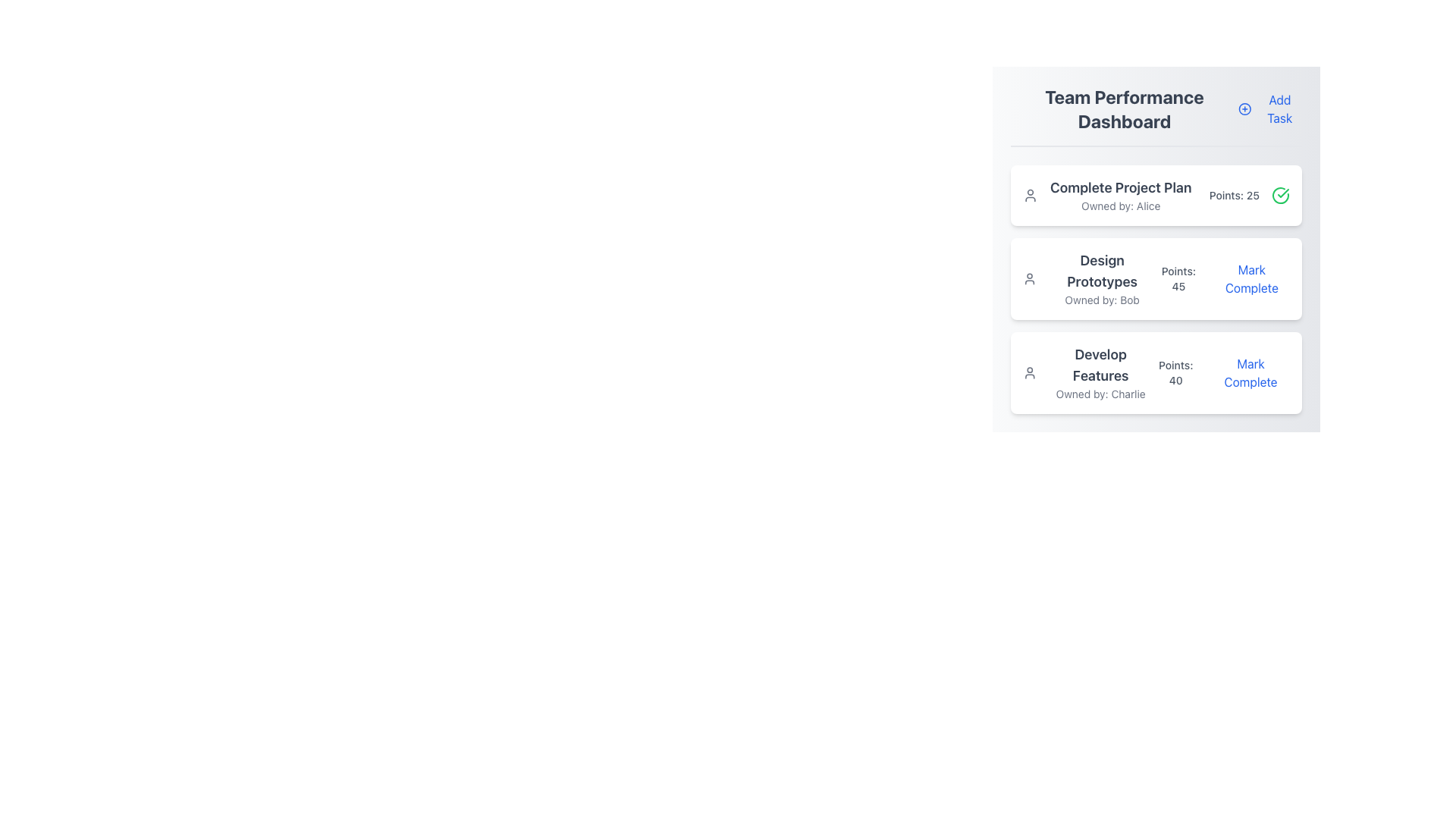 The height and width of the screenshot is (819, 1456). I want to click on the head and shoulders silhouette icon with a gray outline, located to the left of the text 'Develop Features Owned by: Charlie' in the 'Team Performance Dashboard' panel, so click(1030, 373).